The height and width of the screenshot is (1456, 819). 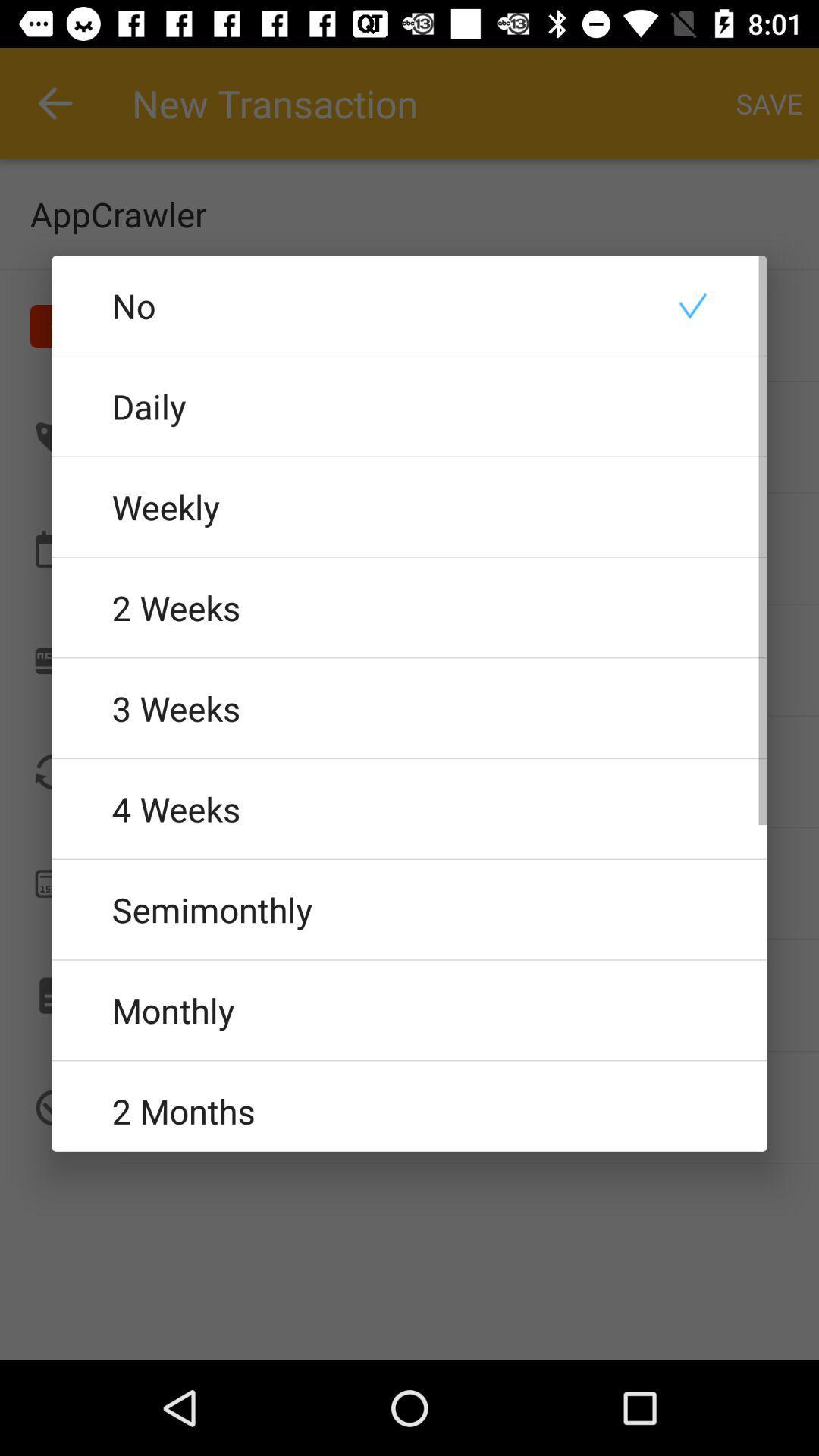 What do you see at coordinates (409, 406) in the screenshot?
I see `the daily icon` at bounding box center [409, 406].